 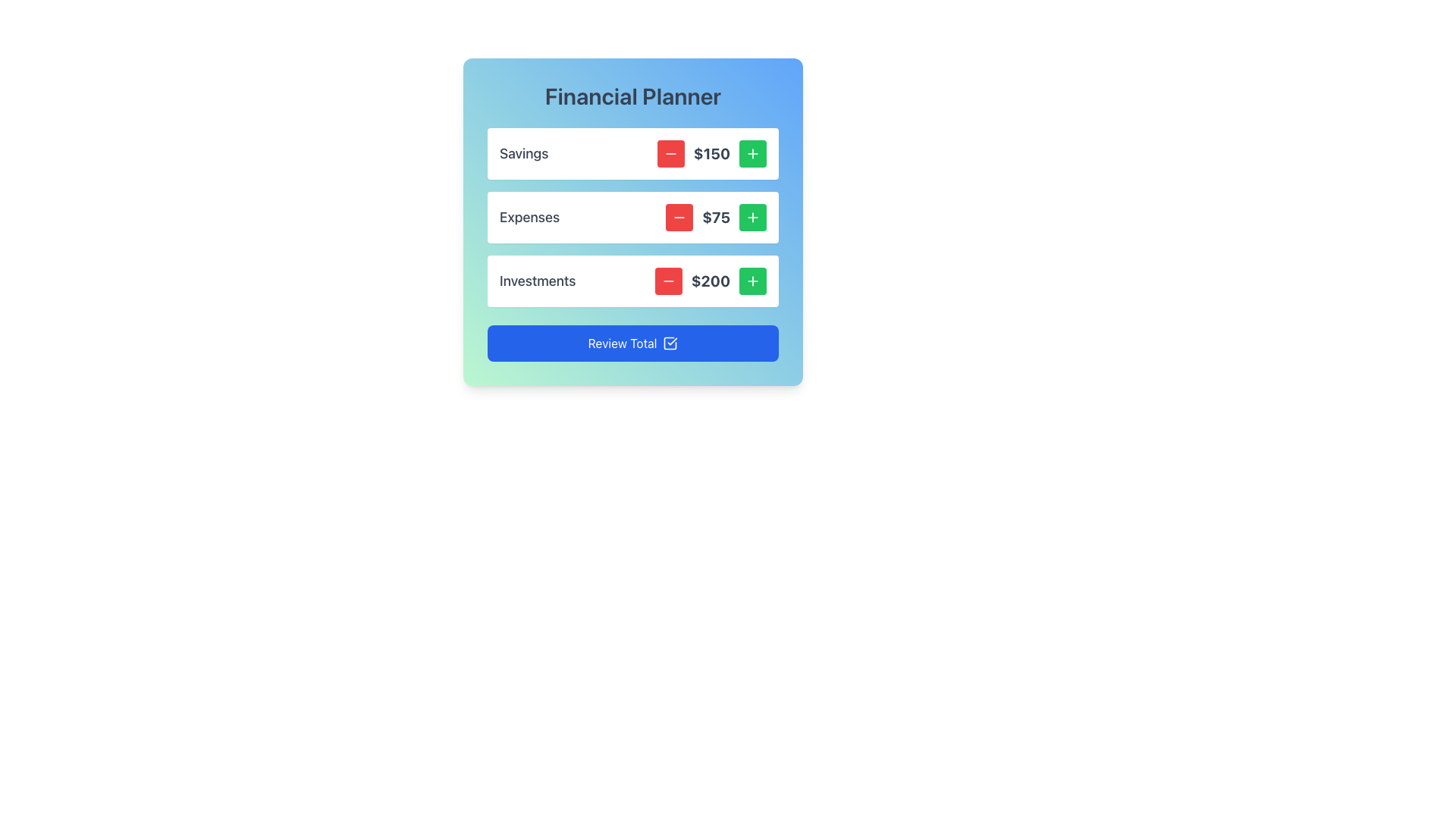 I want to click on the text display showing '$200' located in the 'Investments' section, positioned between the decrement and increment buttons, so click(x=710, y=281).